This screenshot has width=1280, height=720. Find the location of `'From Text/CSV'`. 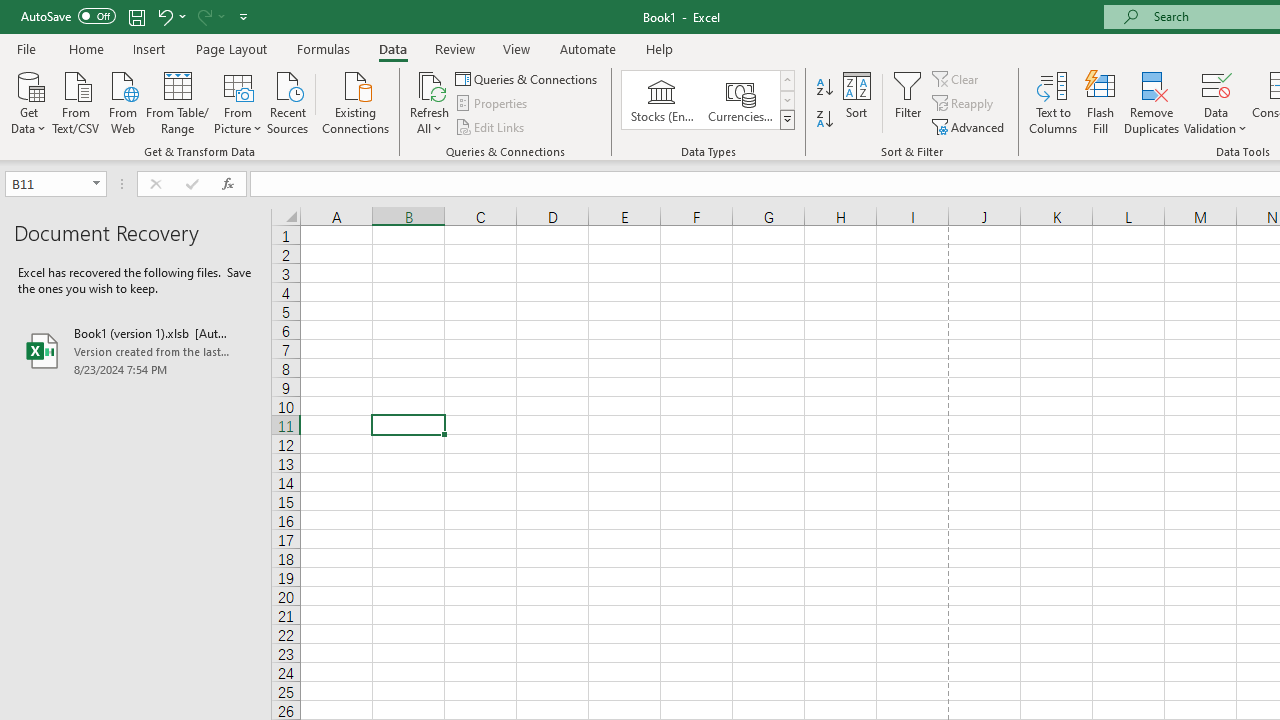

'From Text/CSV' is located at coordinates (76, 101).